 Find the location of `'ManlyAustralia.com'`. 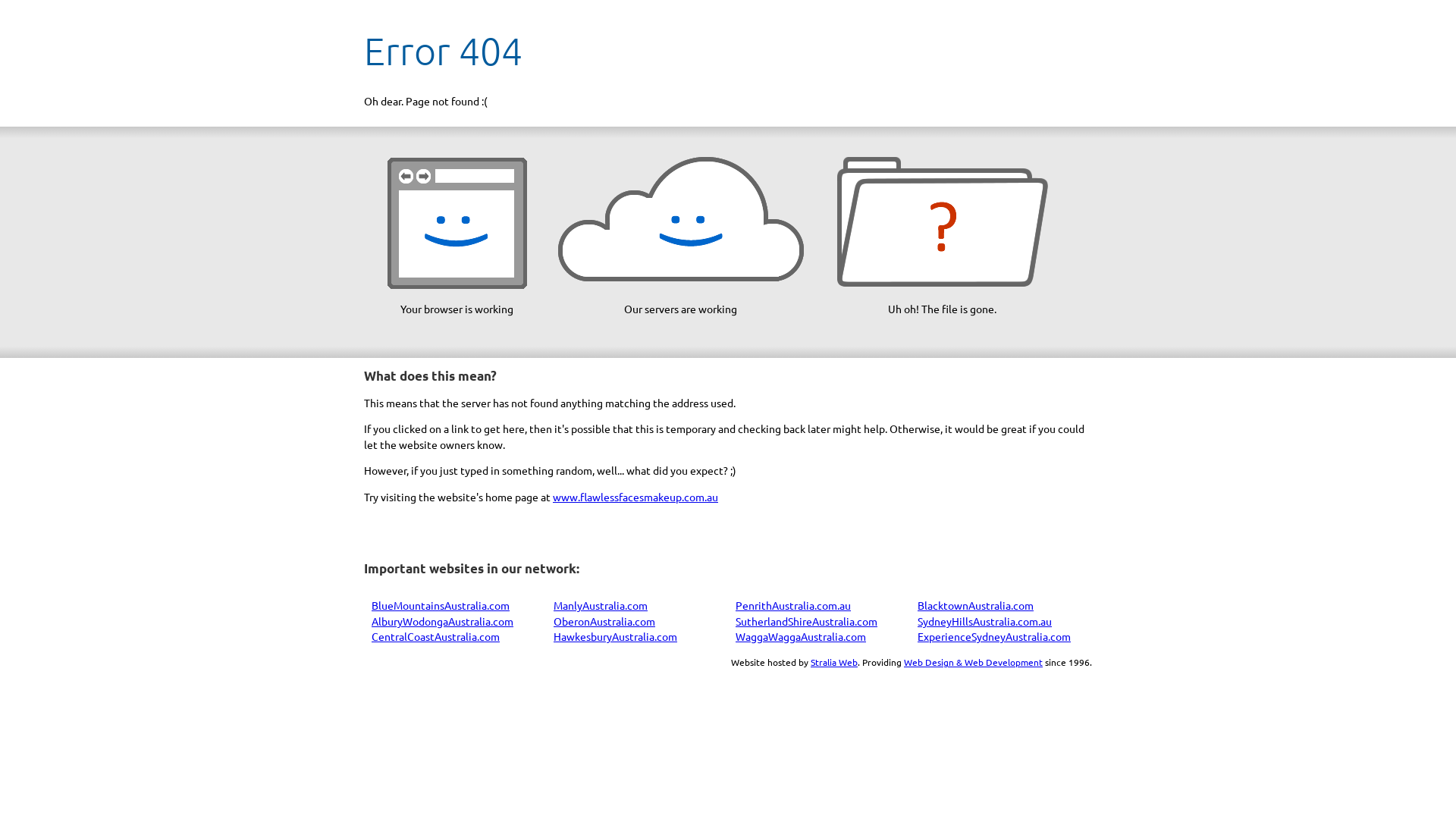

'ManlyAustralia.com' is located at coordinates (600, 604).